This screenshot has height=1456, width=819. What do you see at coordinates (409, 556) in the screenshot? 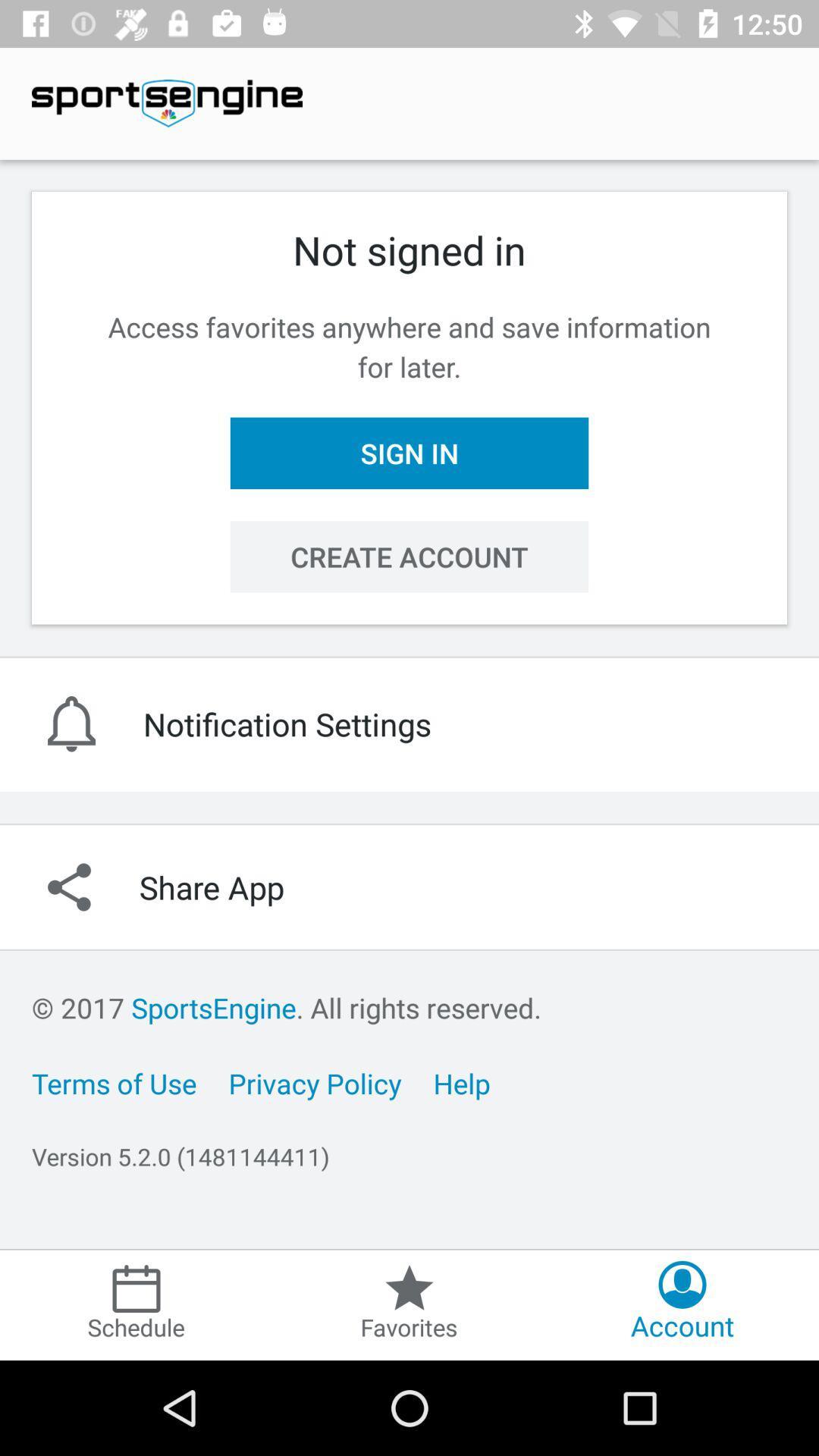
I see `item above the notification settings icon` at bounding box center [409, 556].